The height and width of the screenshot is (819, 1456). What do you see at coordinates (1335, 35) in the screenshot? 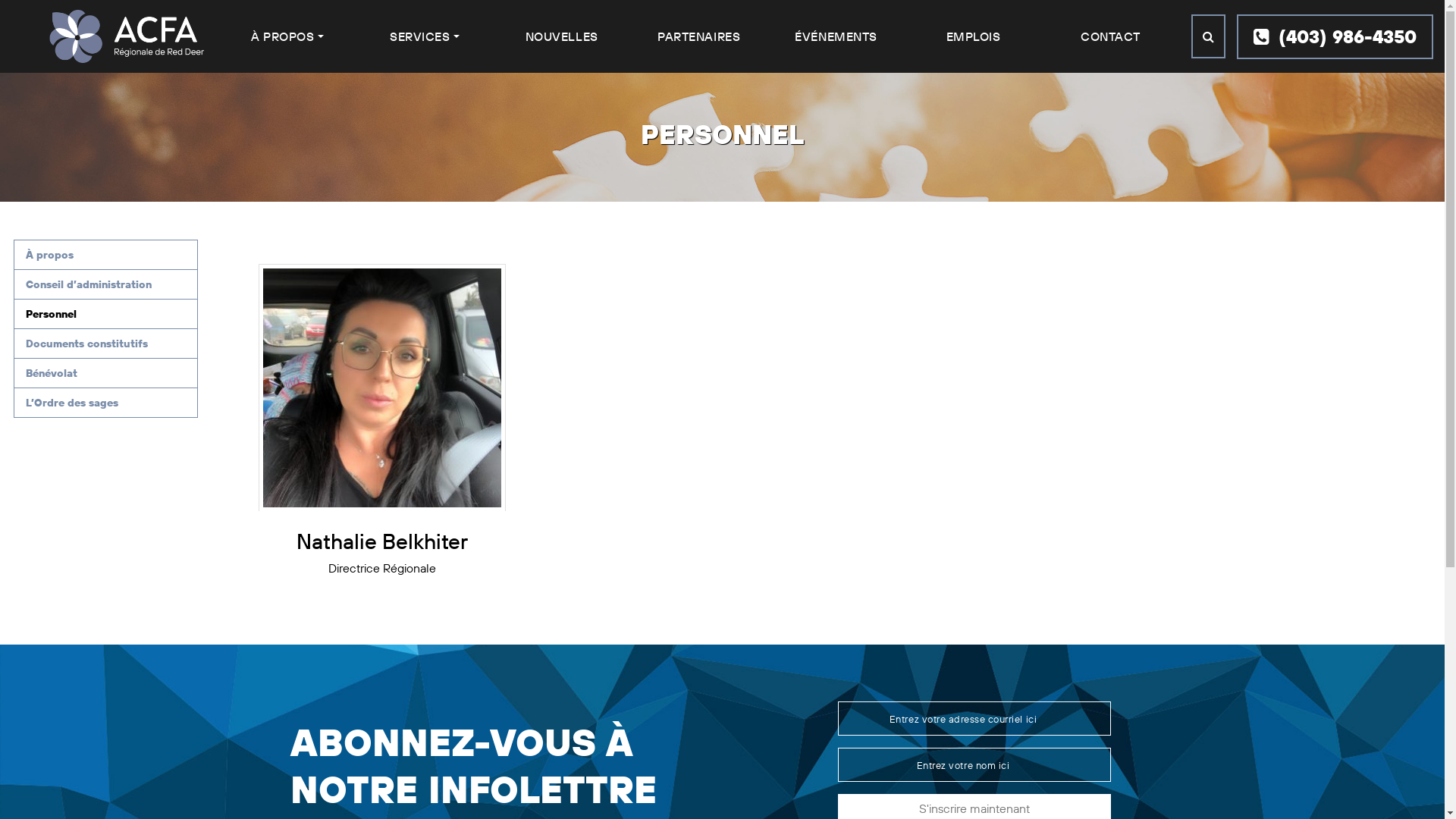
I see `'(403) 986-4350'` at bounding box center [1335, 35].